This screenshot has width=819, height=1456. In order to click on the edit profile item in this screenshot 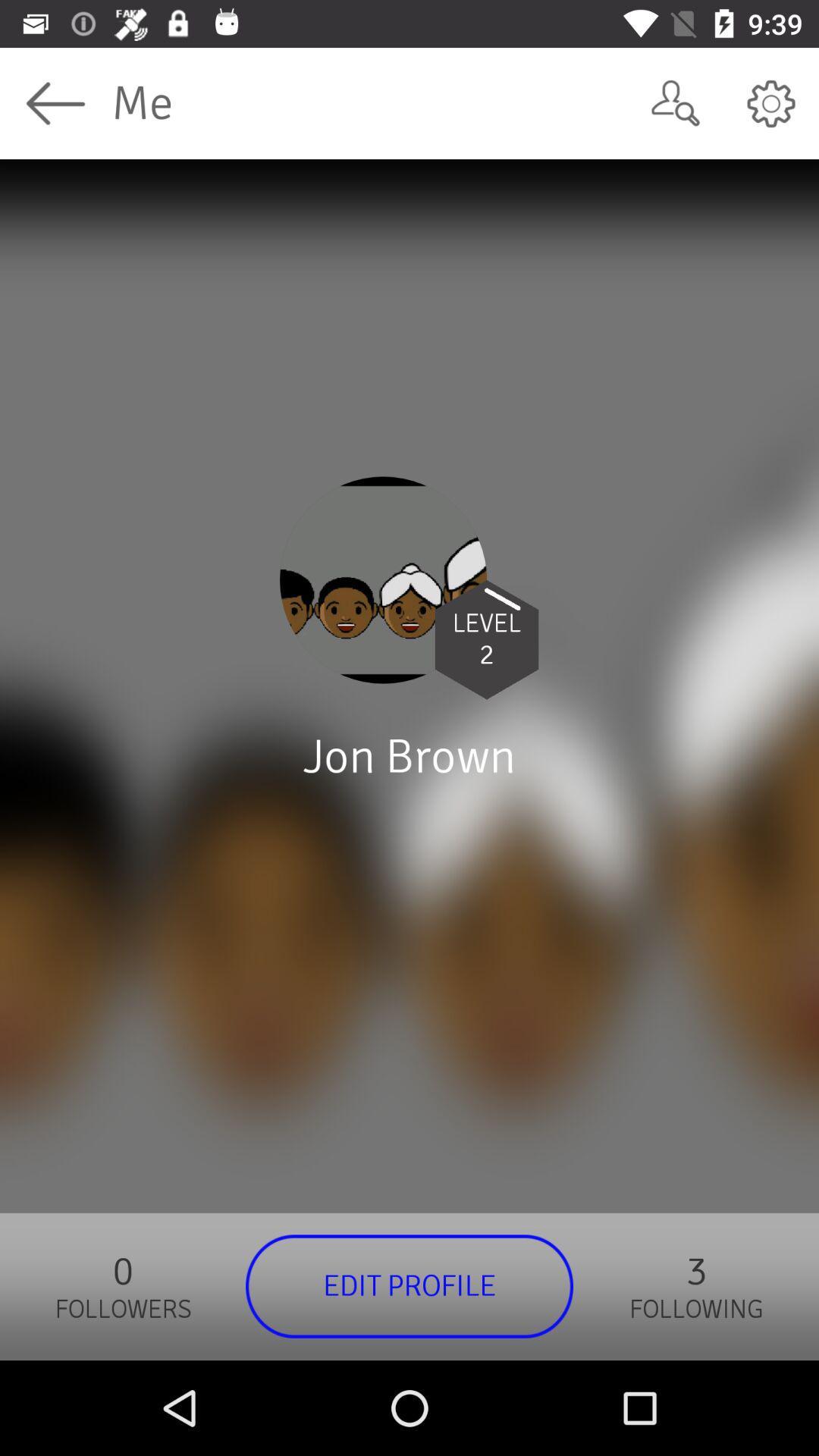, I will do `click(409, 1285)`.